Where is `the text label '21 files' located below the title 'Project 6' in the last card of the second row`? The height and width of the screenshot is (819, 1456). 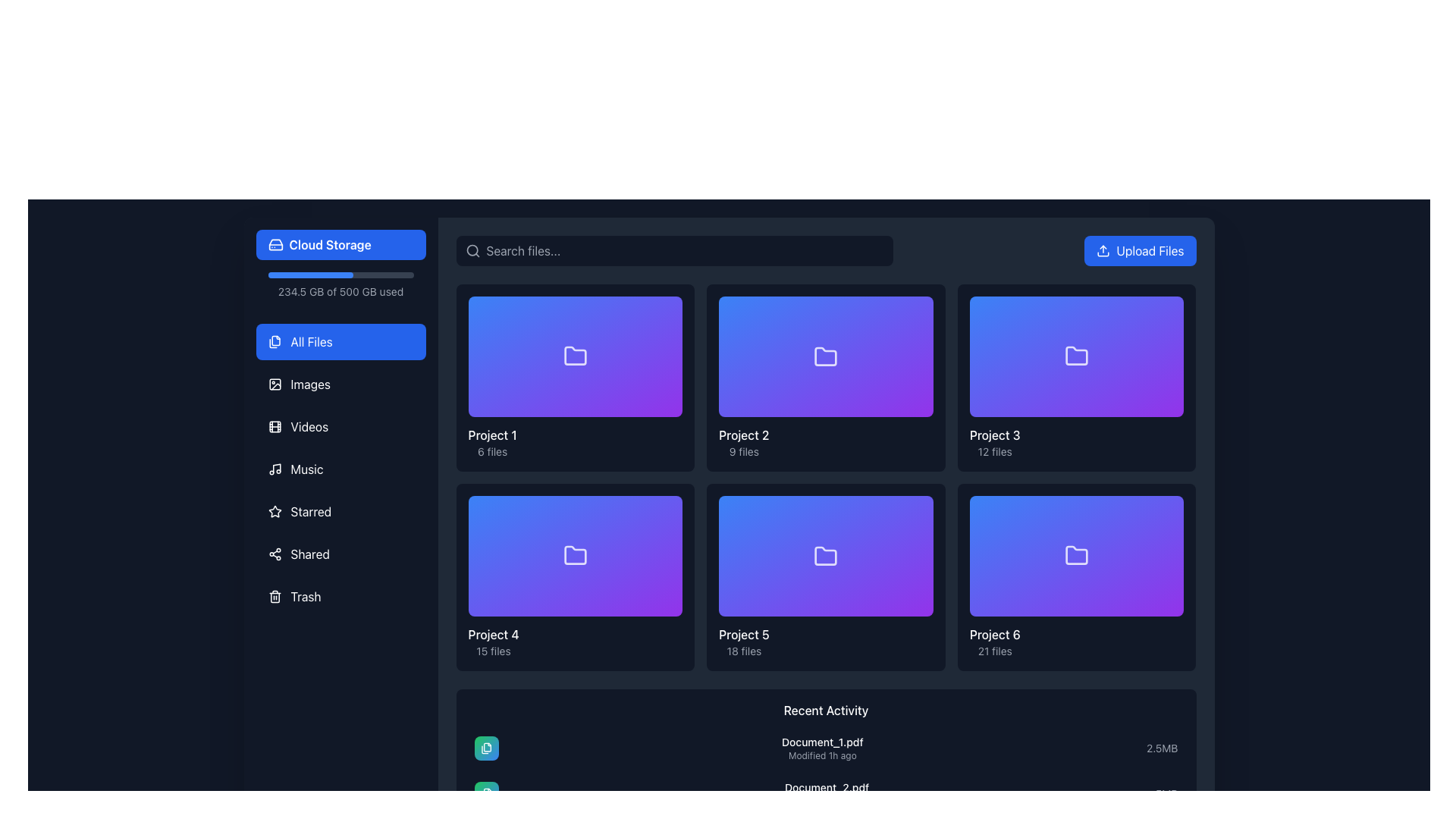
the text label '21 files' located below the title 'Project 6' in the last card of the second row is located at coordinates (995, 651).